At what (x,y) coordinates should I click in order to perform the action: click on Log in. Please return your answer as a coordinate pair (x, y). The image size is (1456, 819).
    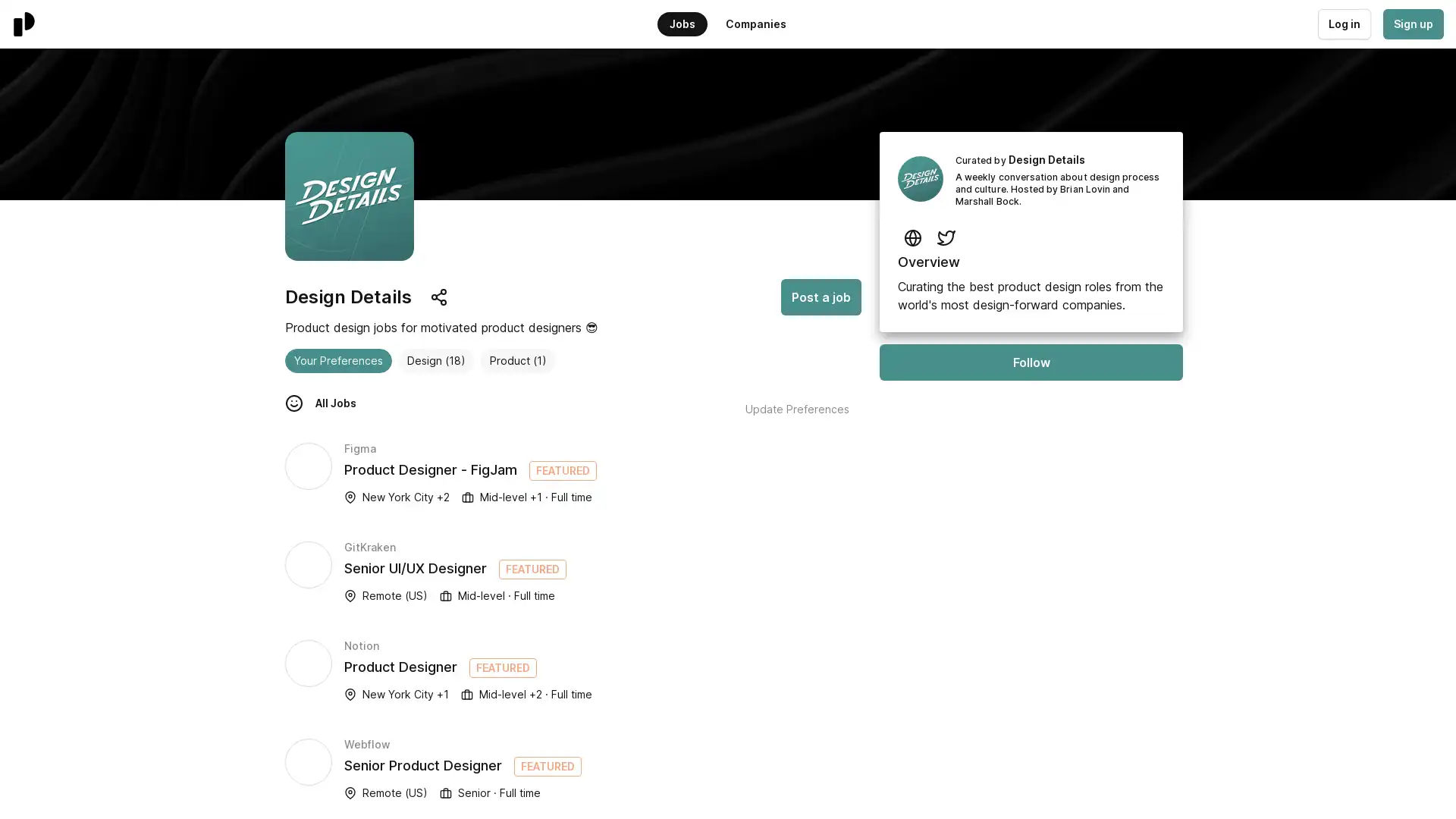
    Looking at the image, I should click on (1343, 24).